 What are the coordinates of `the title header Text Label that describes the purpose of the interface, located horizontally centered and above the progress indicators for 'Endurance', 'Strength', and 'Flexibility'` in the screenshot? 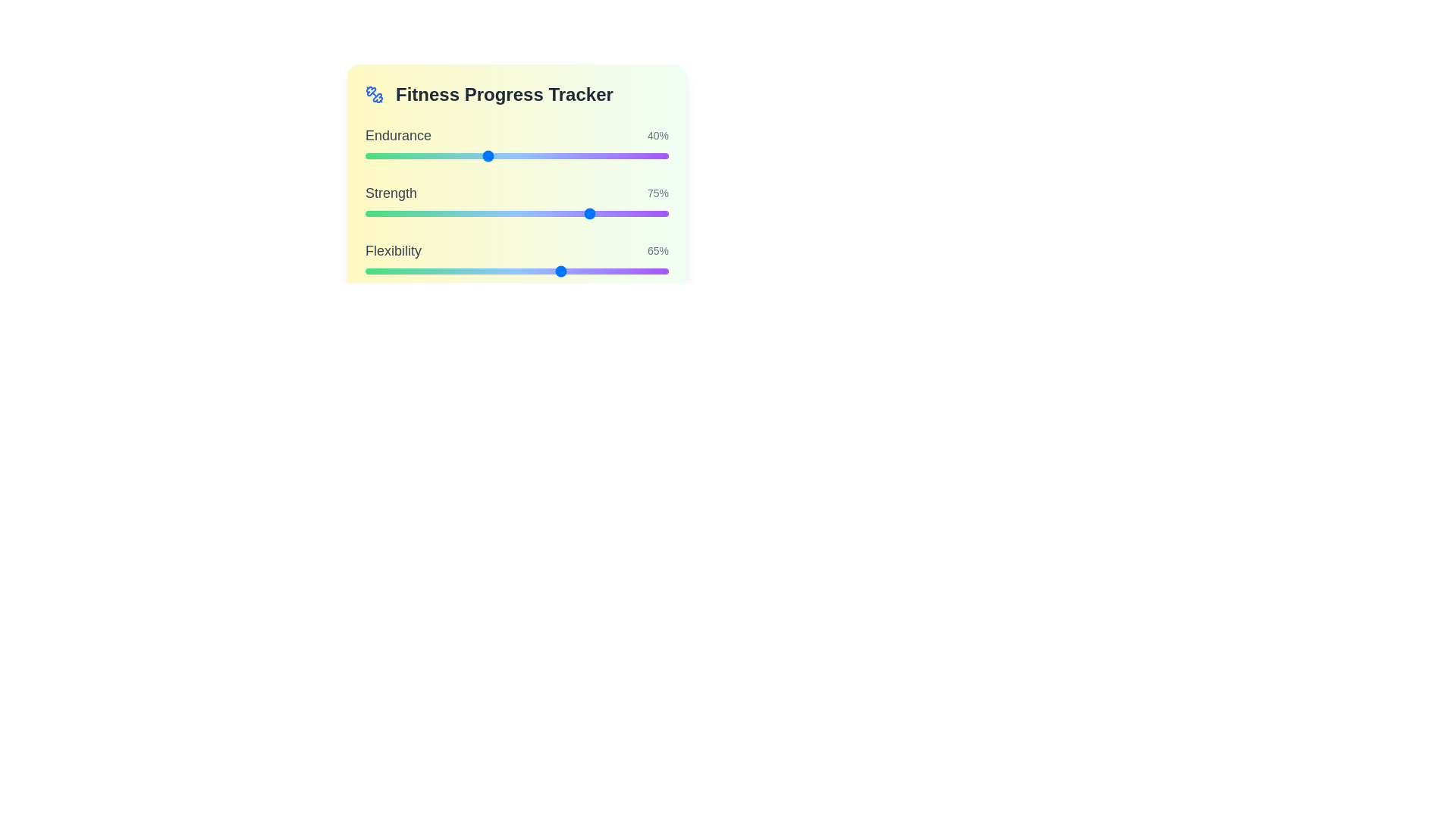 It's located at (504, 94).